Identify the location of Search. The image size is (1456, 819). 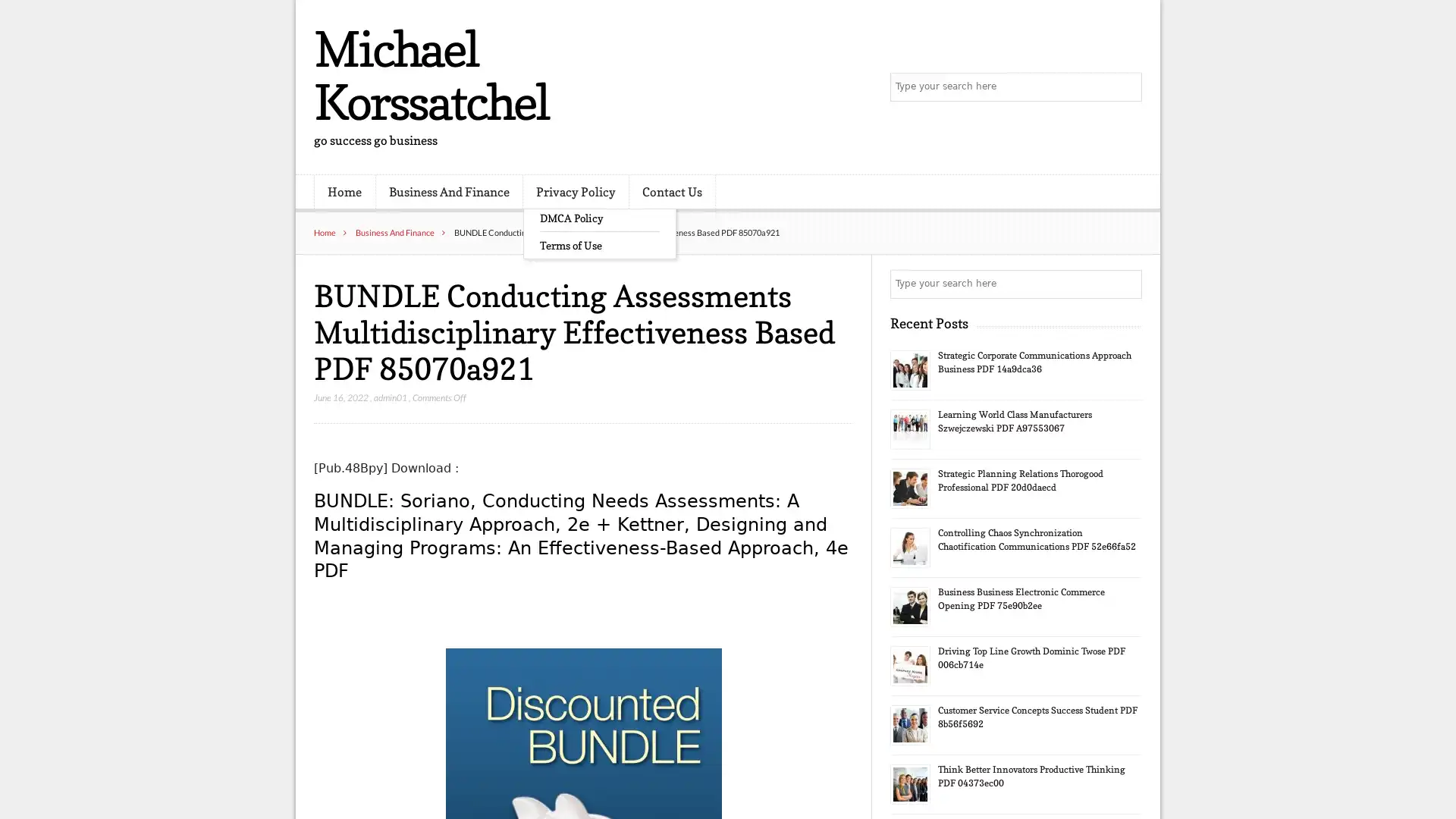
(1126, 284).